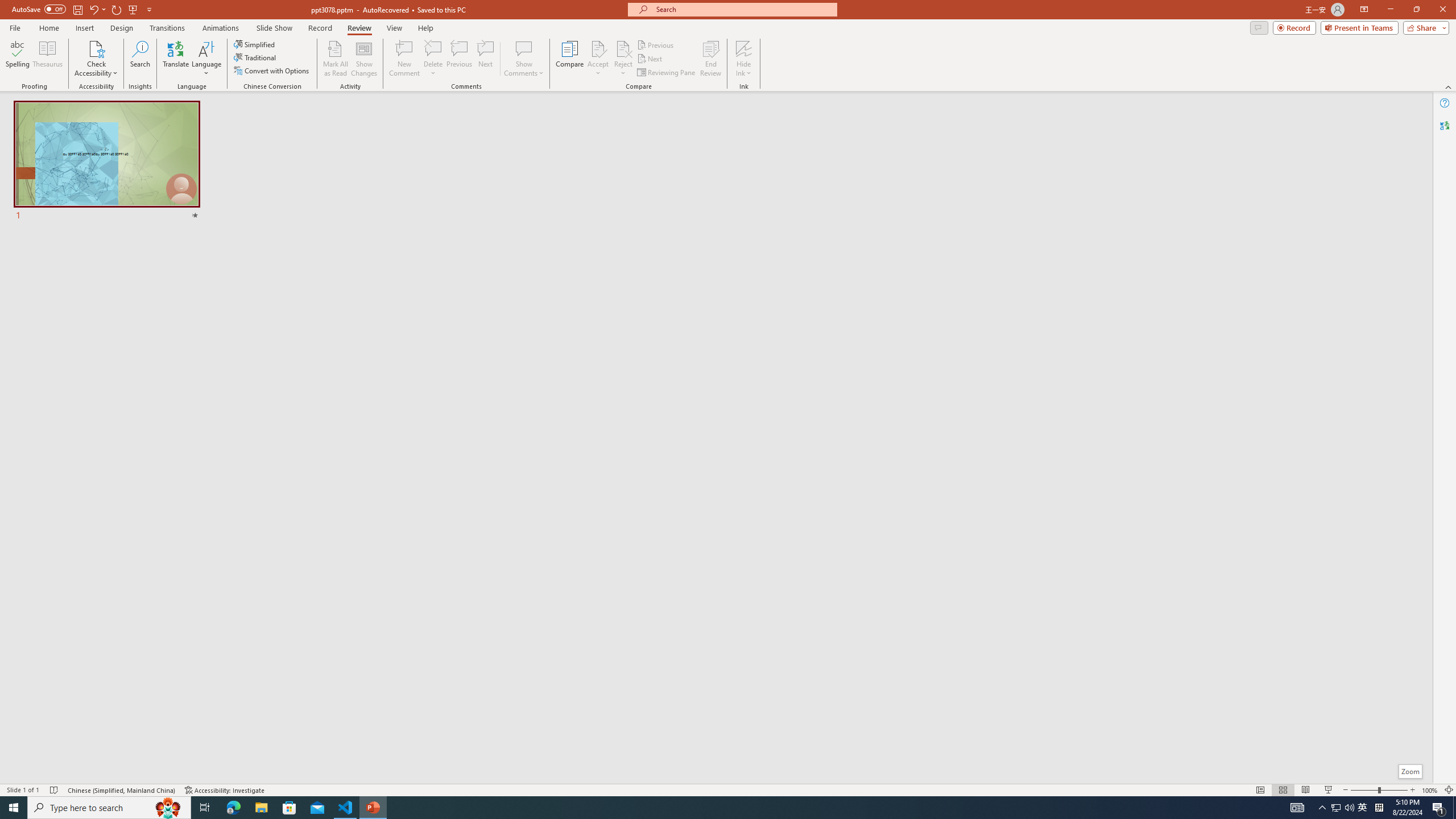 This screenshot has height=819, width=1456. I want to click on 'Accept Change', so click(598, 48).